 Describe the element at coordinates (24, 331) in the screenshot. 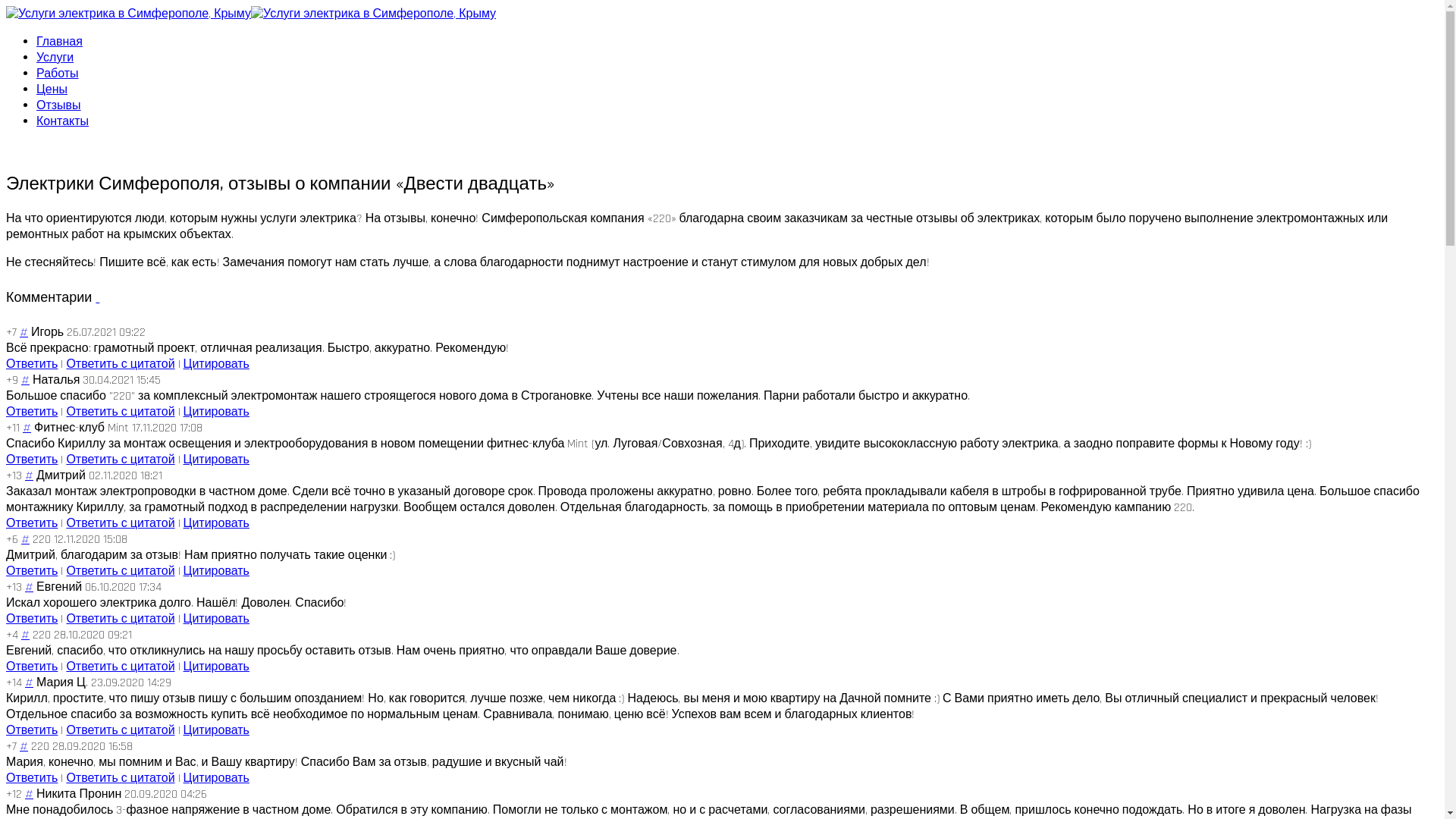

I see `'#'` at that location.